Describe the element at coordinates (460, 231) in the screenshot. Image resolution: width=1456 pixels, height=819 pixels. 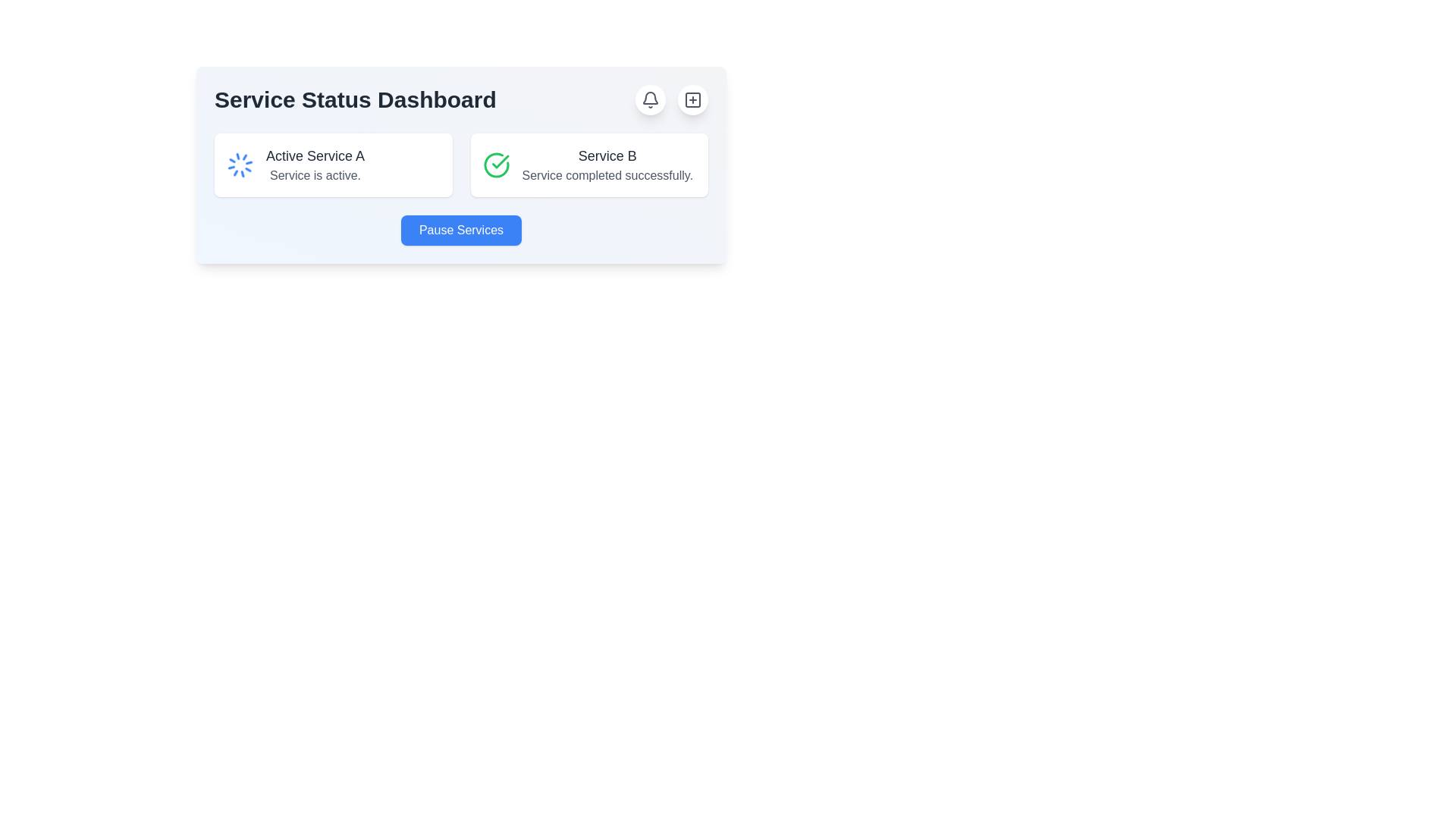
I see `the pause button located centrally in the lower section of the 'Service Status Dashboard' interface` at that location.